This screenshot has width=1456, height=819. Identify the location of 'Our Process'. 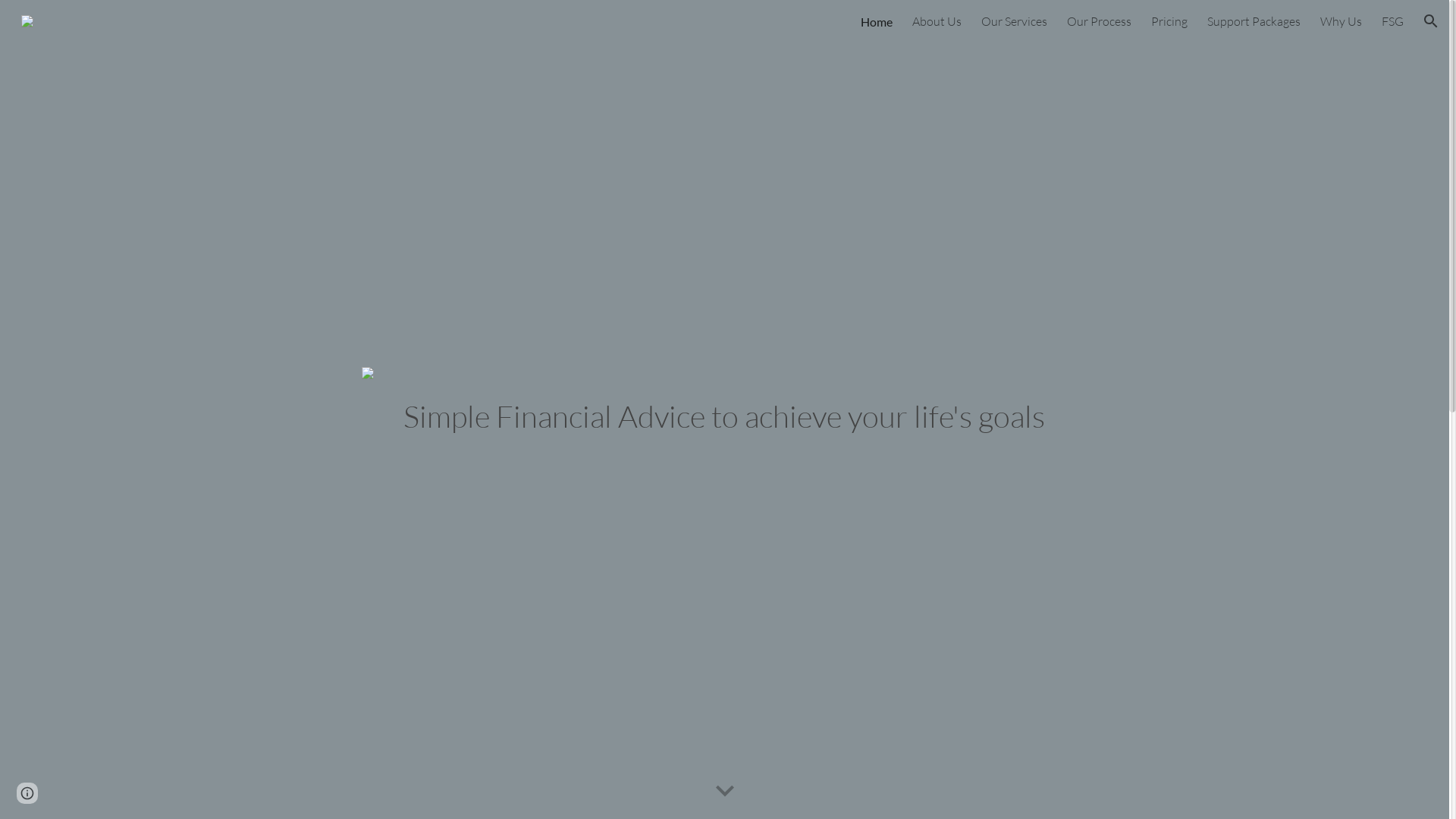
(1099, 20).